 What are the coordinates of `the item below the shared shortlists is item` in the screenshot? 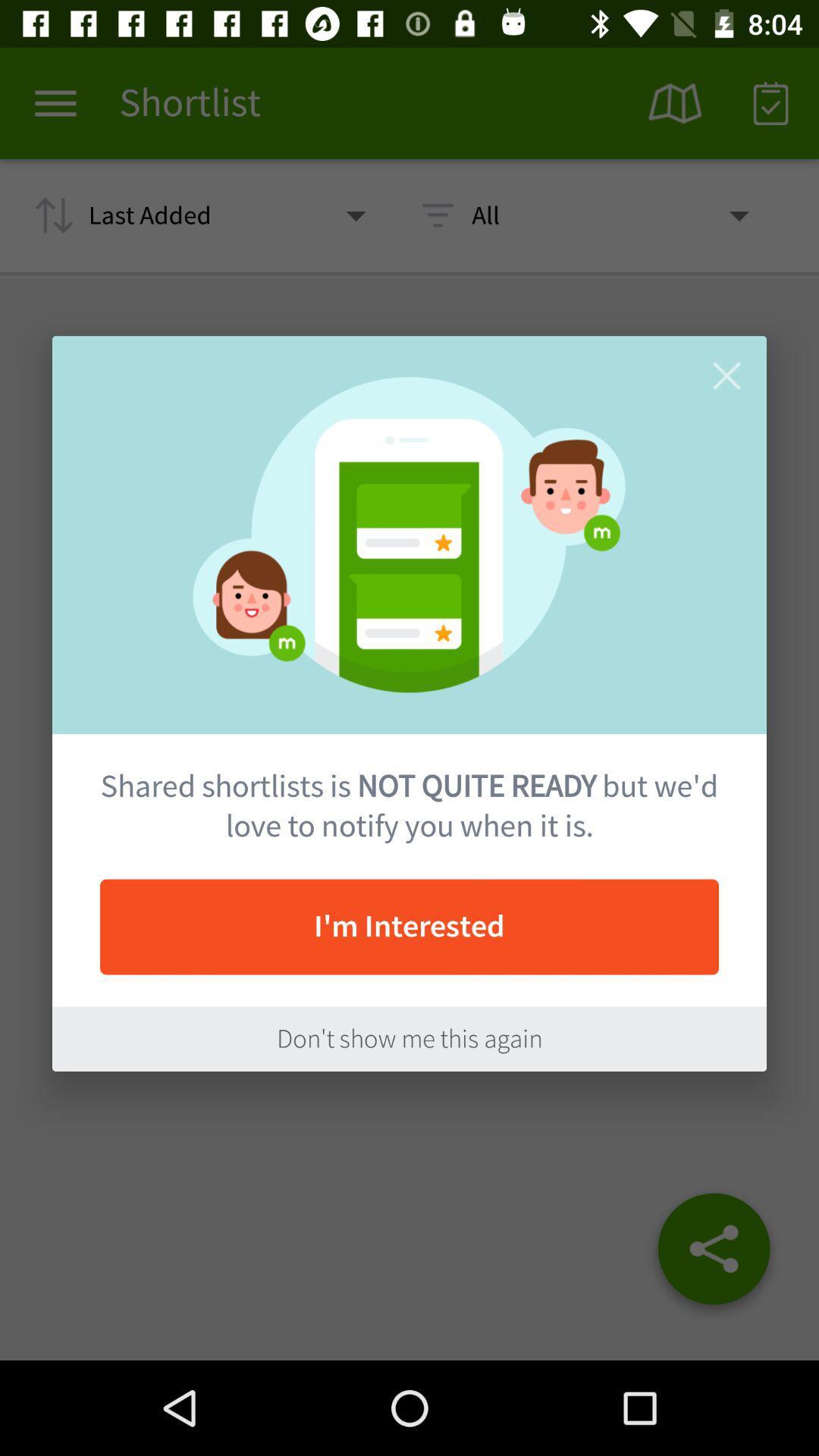 It's located at (409, 926).